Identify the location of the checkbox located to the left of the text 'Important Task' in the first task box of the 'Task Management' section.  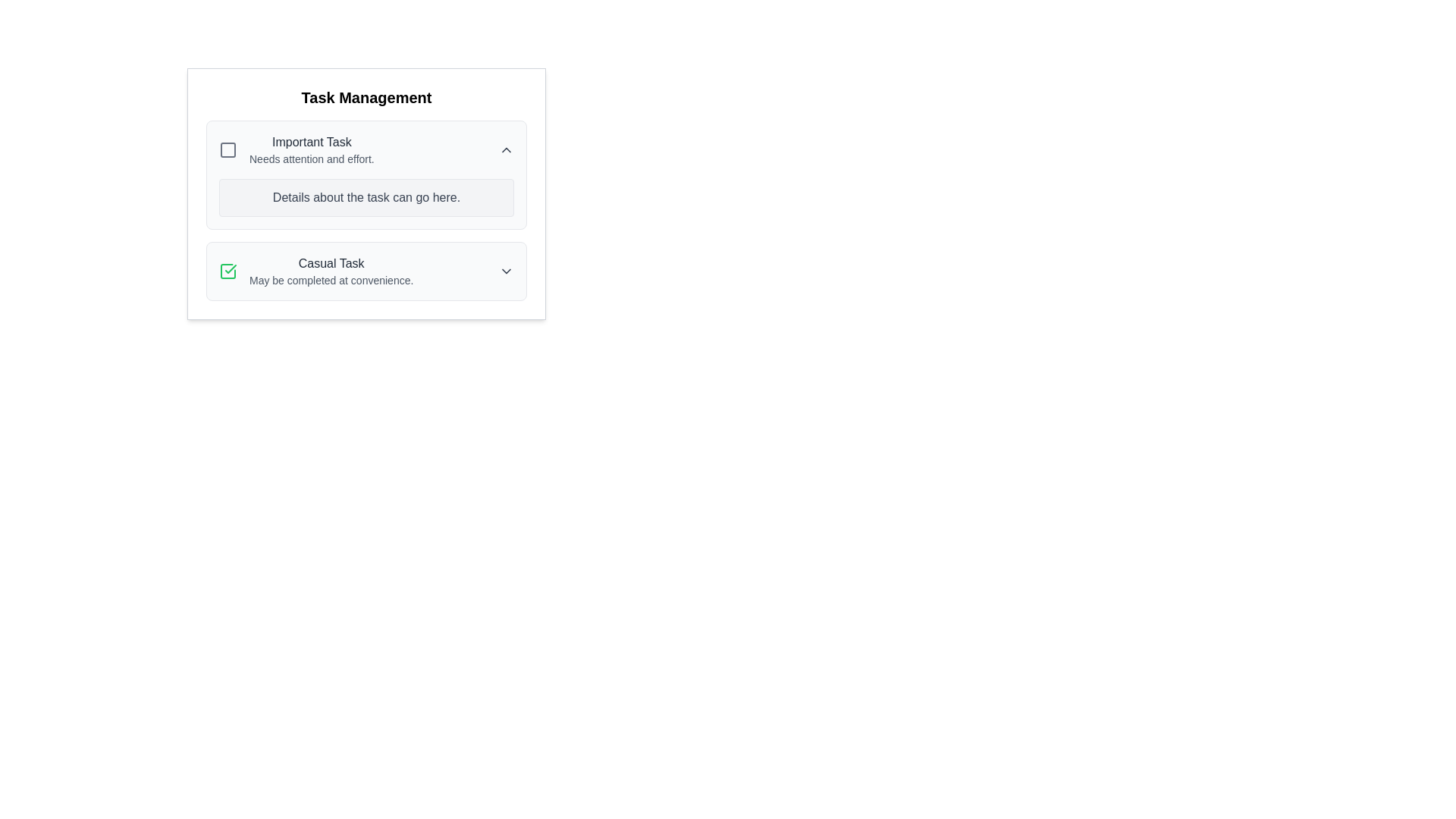
(227, 149).